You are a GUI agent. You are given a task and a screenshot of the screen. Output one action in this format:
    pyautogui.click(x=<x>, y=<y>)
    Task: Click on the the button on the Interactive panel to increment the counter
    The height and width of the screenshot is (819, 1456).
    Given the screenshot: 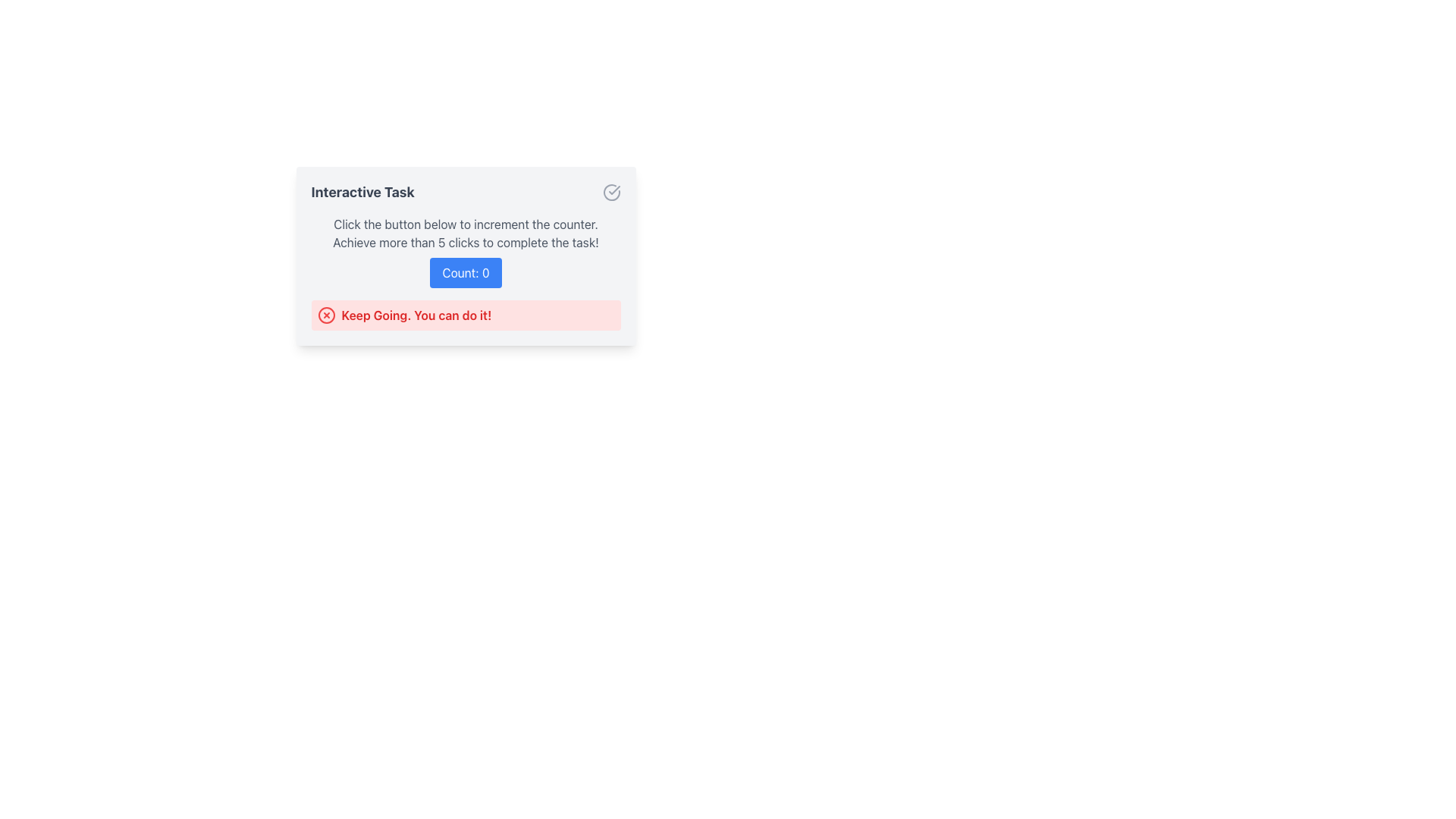 What is the action you would take?
    pyautogui.click(x=465, y=256)
    